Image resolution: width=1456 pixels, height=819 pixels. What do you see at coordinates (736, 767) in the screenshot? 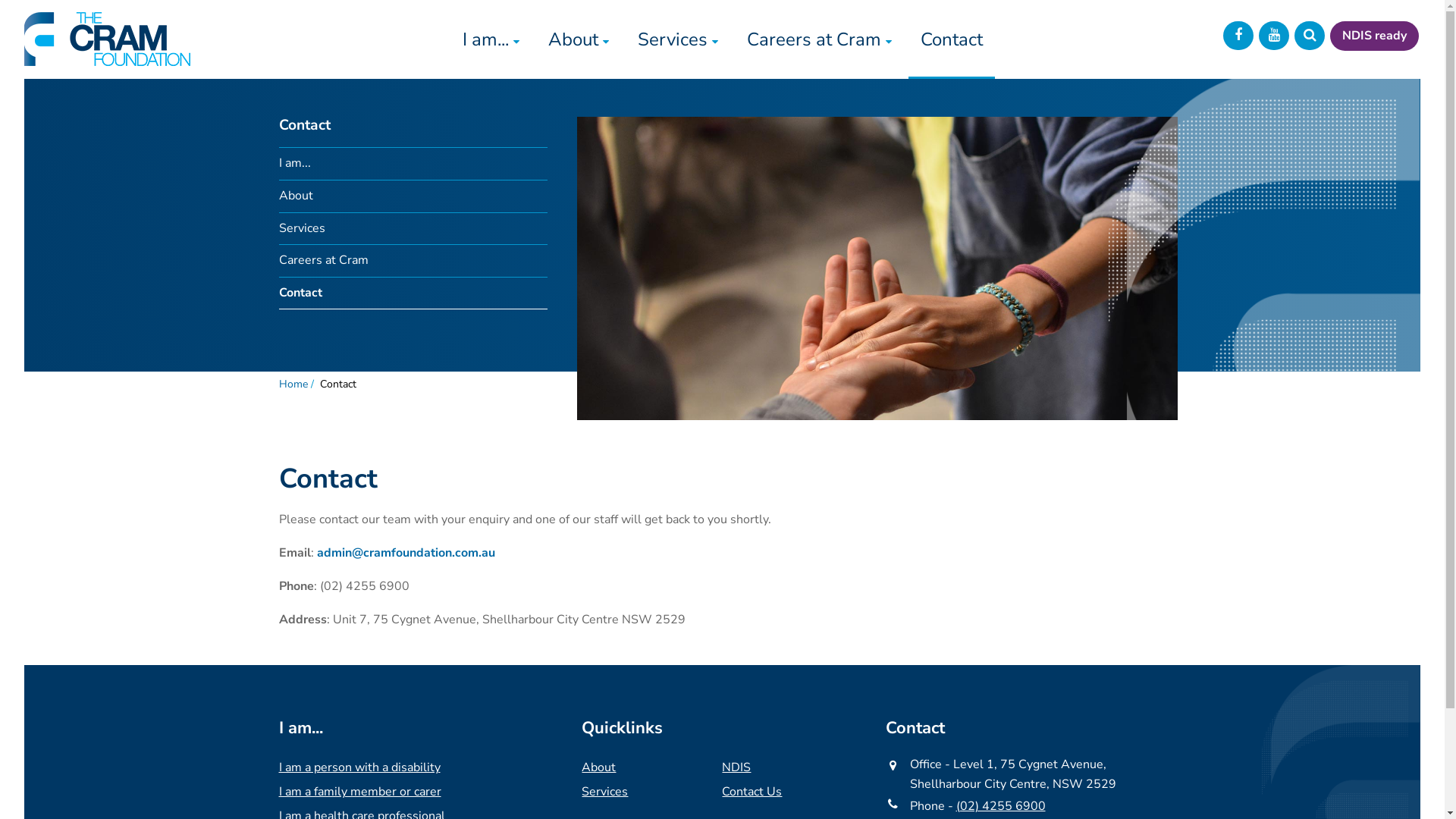
I see `'NDIS'` at bounding box center [736, 767].